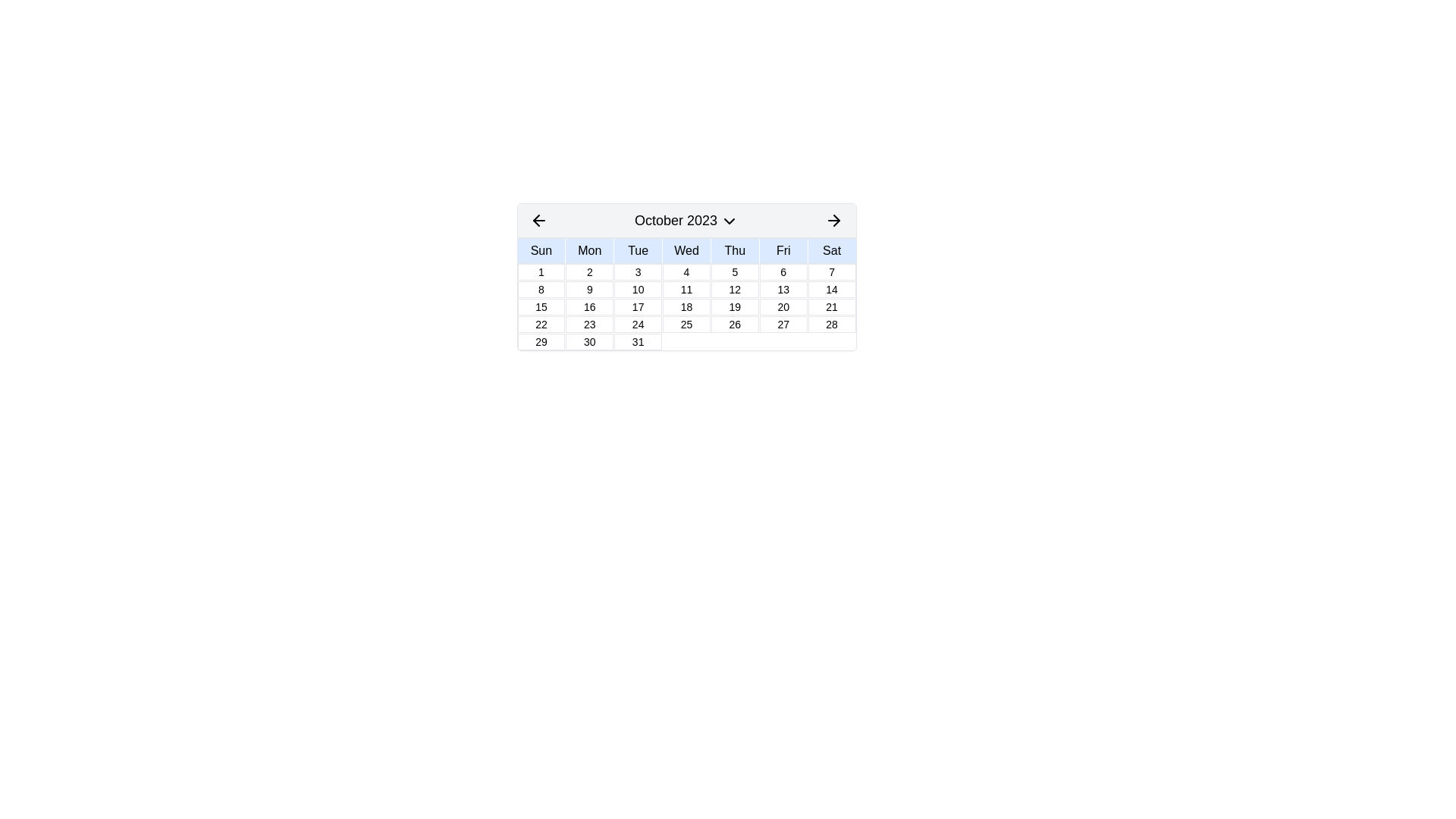 This screenshot has width=1456, height=819. Describe the element at coordinates (588, 271) in the screenshot. I see `the calendar day cell displaying the number '2', located in the second column of the first row under 'Mon'` at that location.